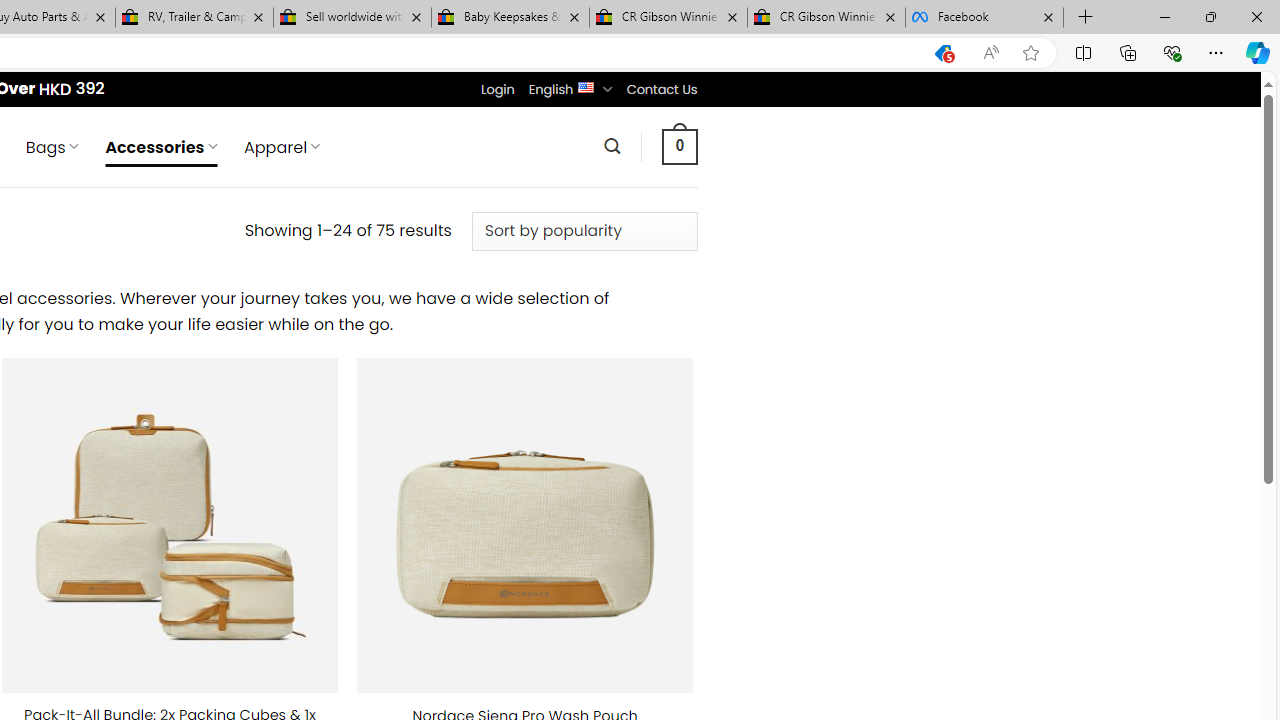 This screenshot has height=720, width=1280. Describe the element at coordinates (679, 145) in the screenshot. I see `' 0 '` at that location.